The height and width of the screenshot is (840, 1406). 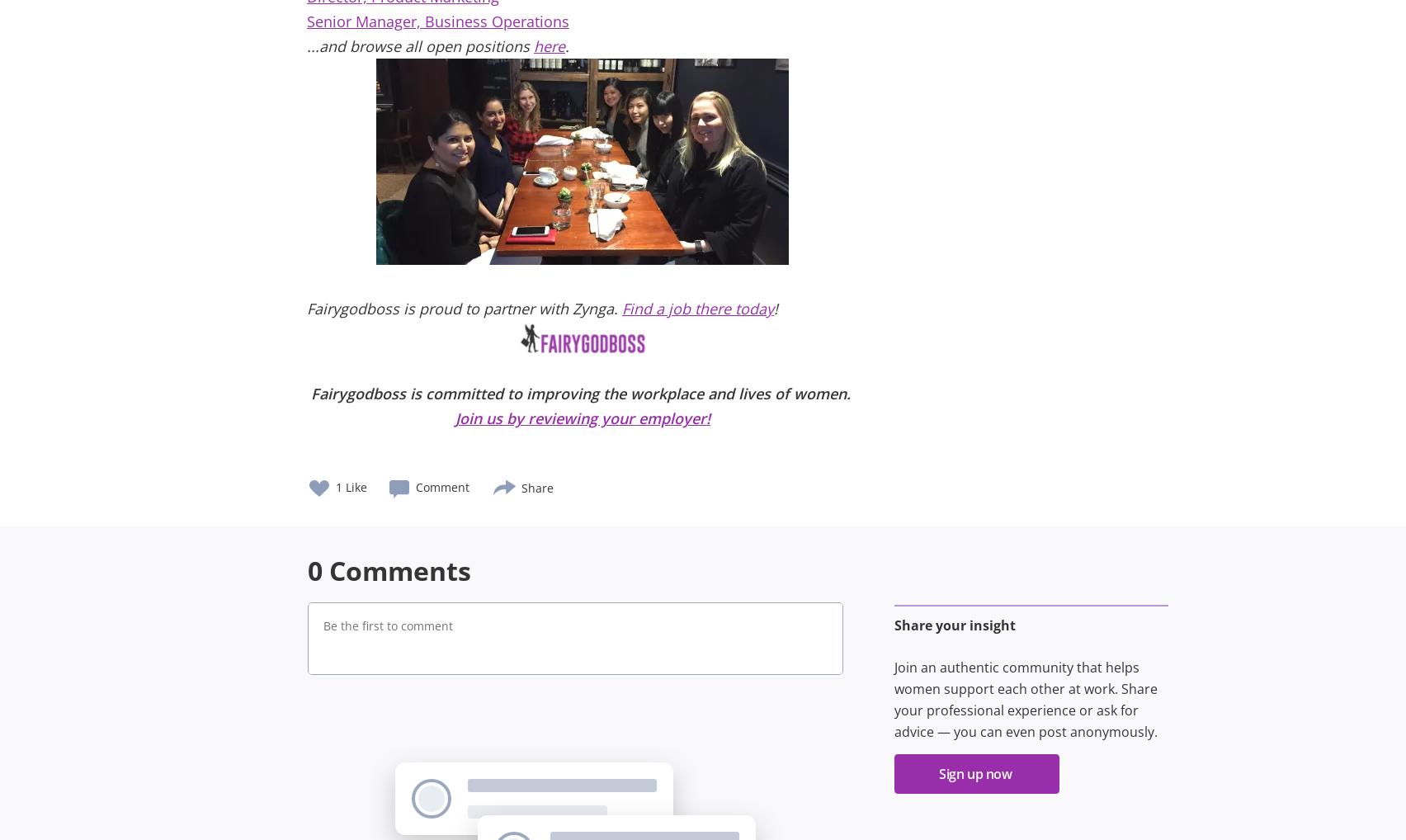 I want to click on '1 like', so click(x=351, y=487).